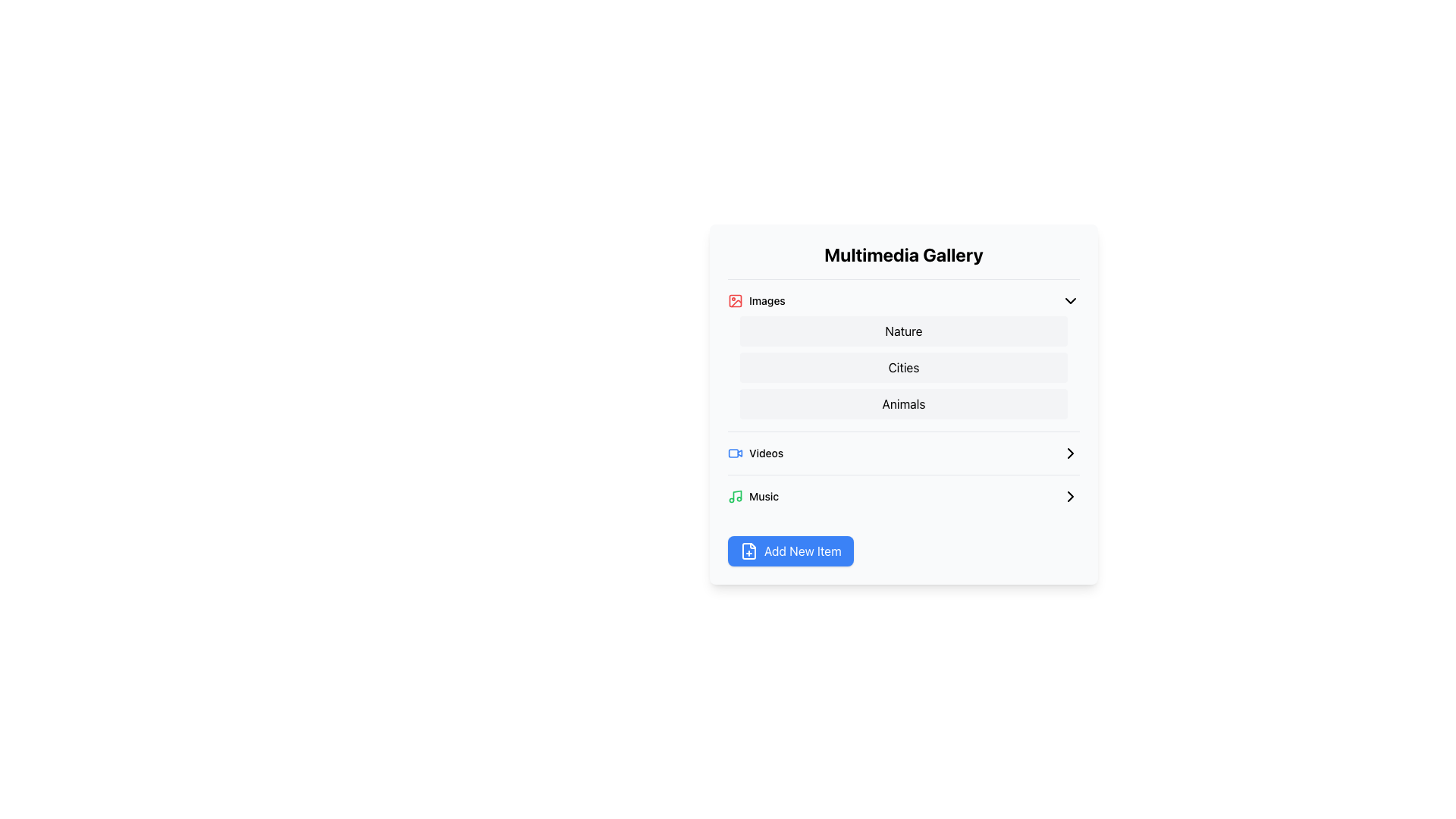 This screenshot has width=1456, height=819. What do you see at coordinates (903, 368) in the screenshot?
I see `the 'Cities' button in the submenu titled 'Images', which is part of the menu list containing options labeled 'Nature,' 'Cities,' and 'Animals.'` at bounding box center [903, 368].